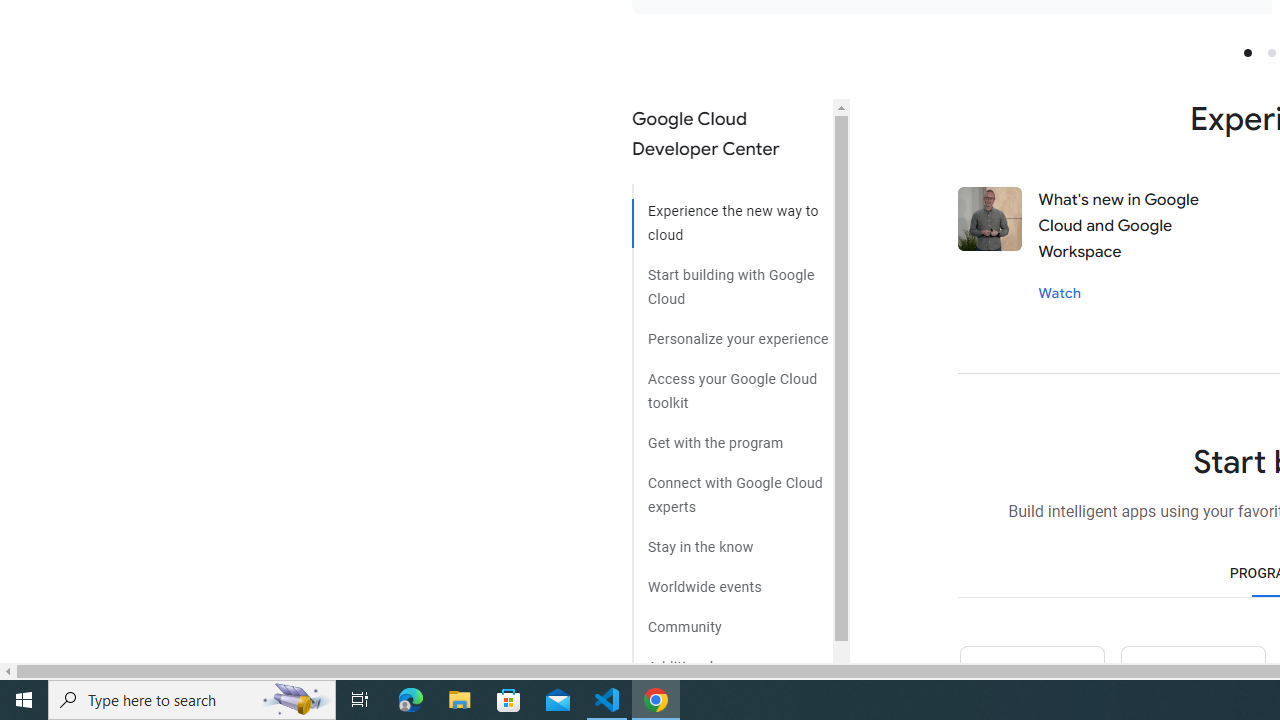  Describe the element at coordinates (1058, 292) in the screenshot. I see `'Watch'` at that location.